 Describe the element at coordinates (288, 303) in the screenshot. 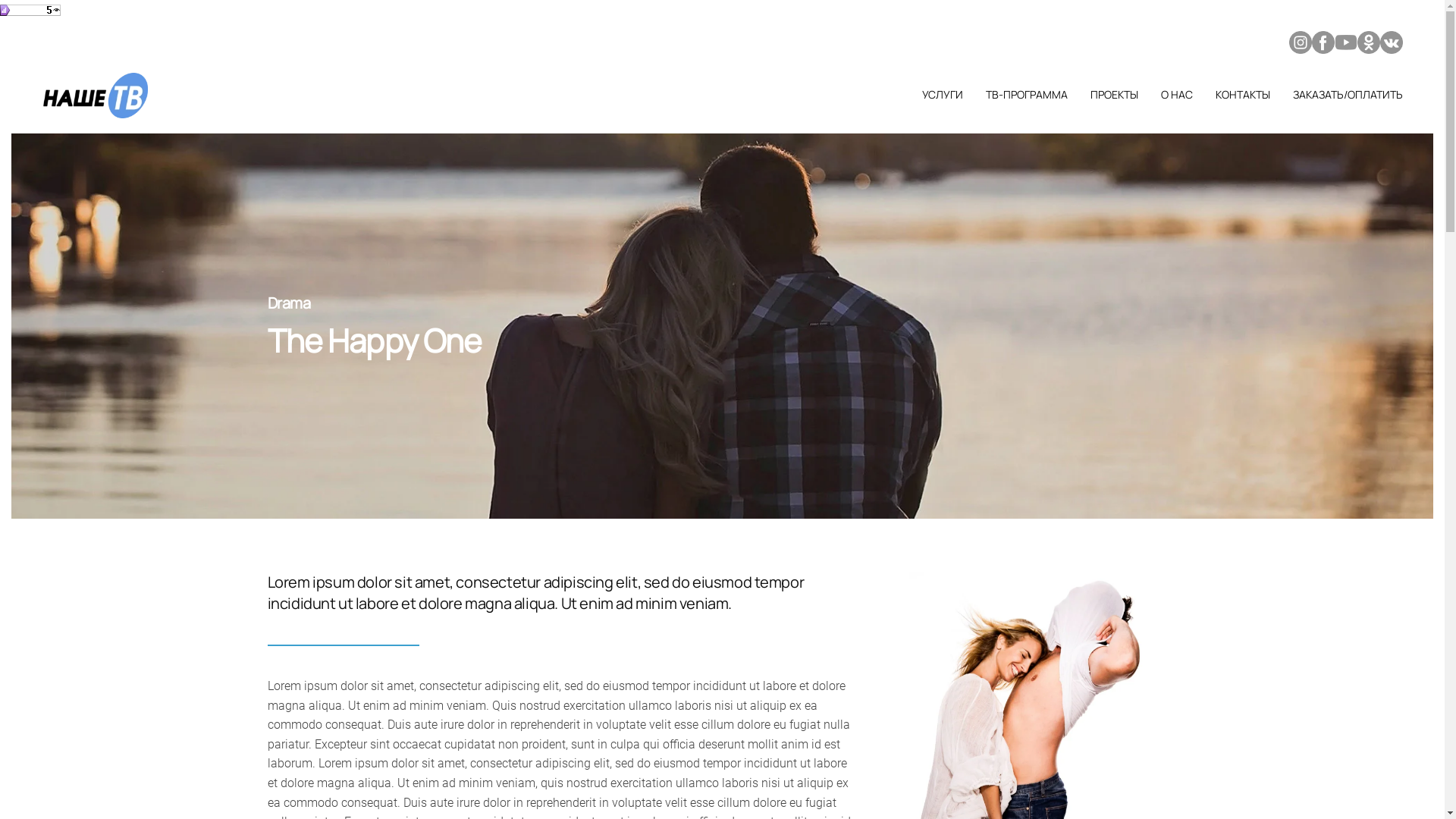

I see `'Drama'` at that location.